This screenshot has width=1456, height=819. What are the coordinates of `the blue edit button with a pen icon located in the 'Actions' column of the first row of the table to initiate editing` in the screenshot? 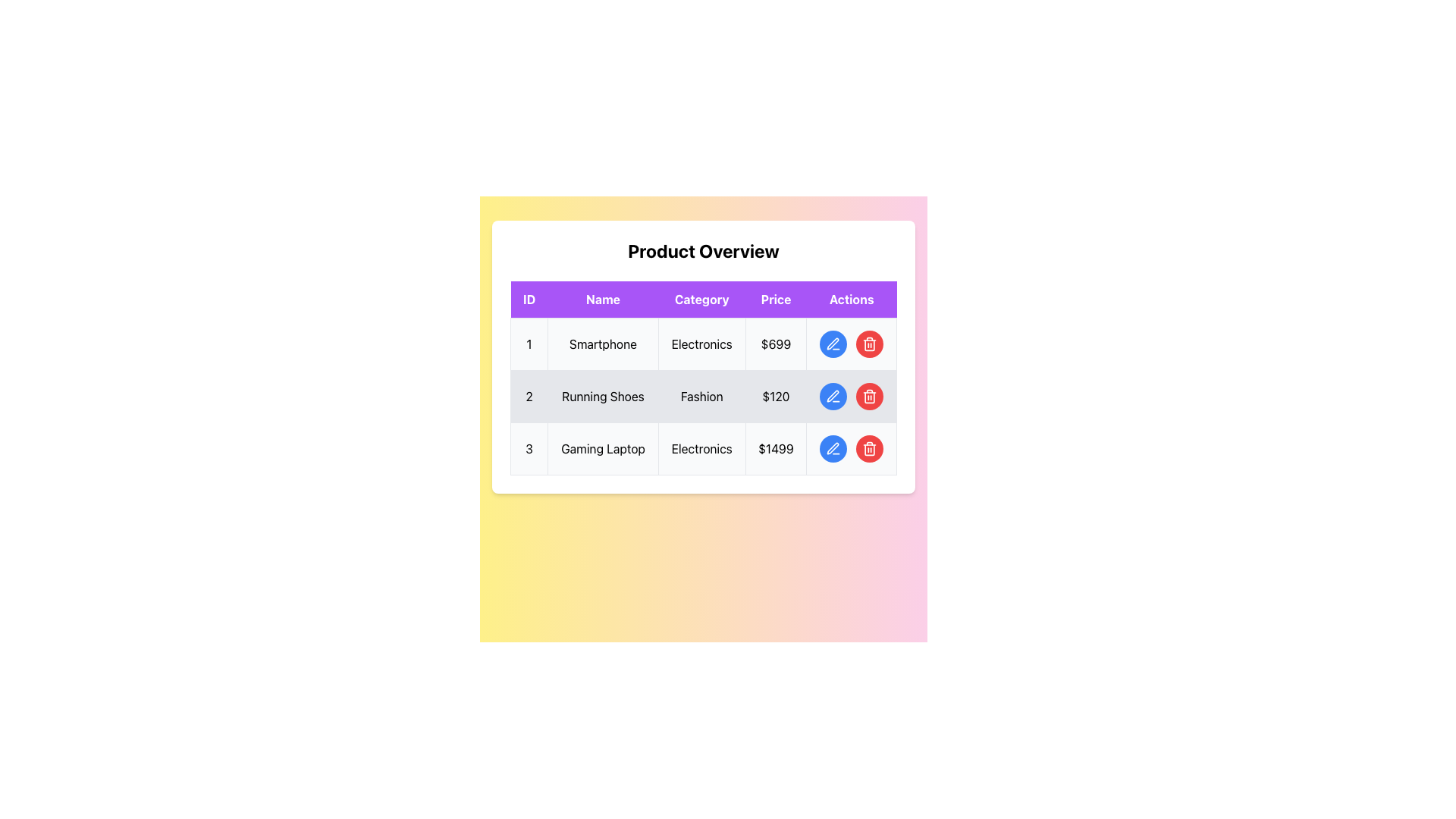 It's located at (852, 344).